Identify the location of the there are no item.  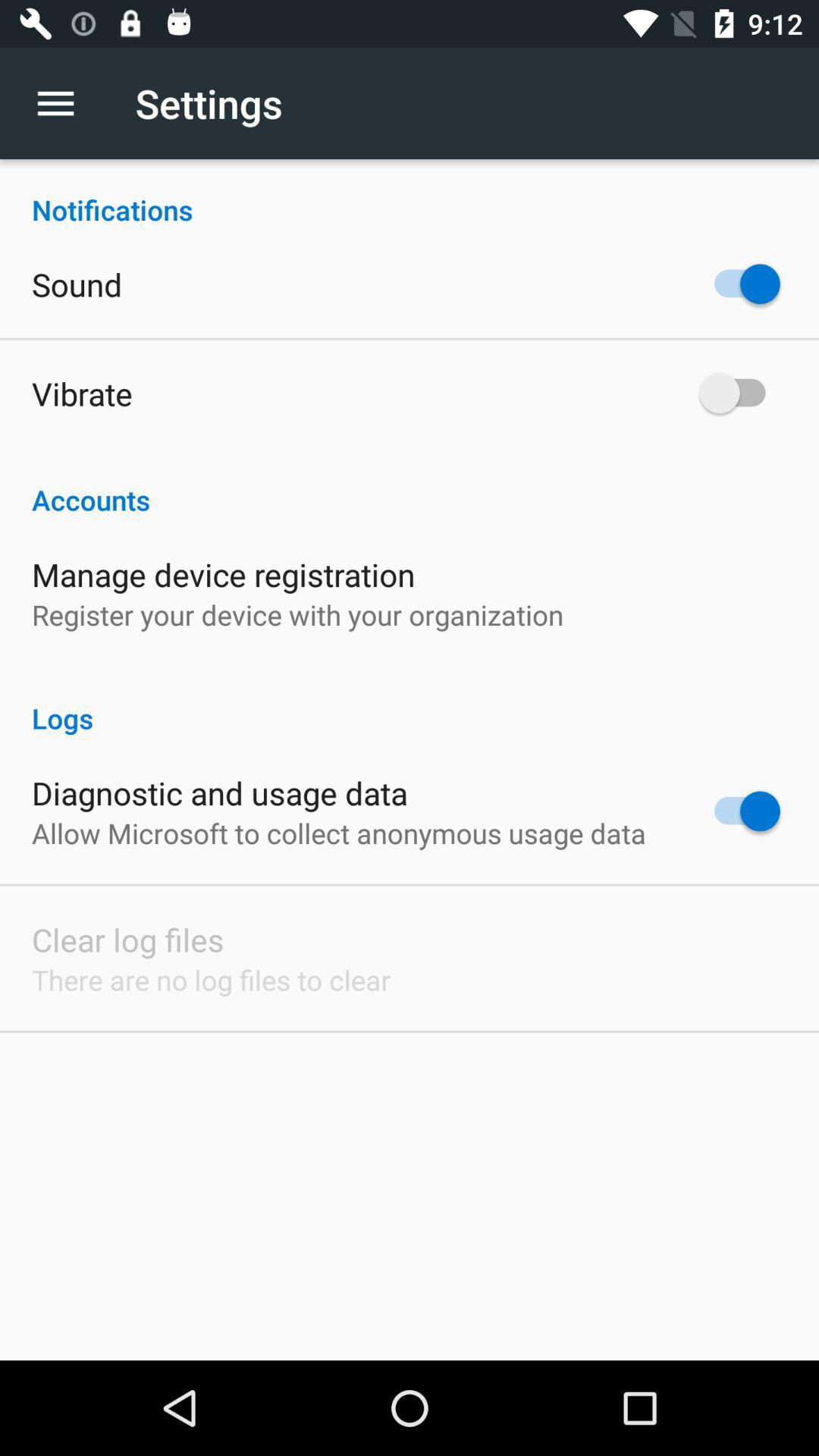
(211, 980).